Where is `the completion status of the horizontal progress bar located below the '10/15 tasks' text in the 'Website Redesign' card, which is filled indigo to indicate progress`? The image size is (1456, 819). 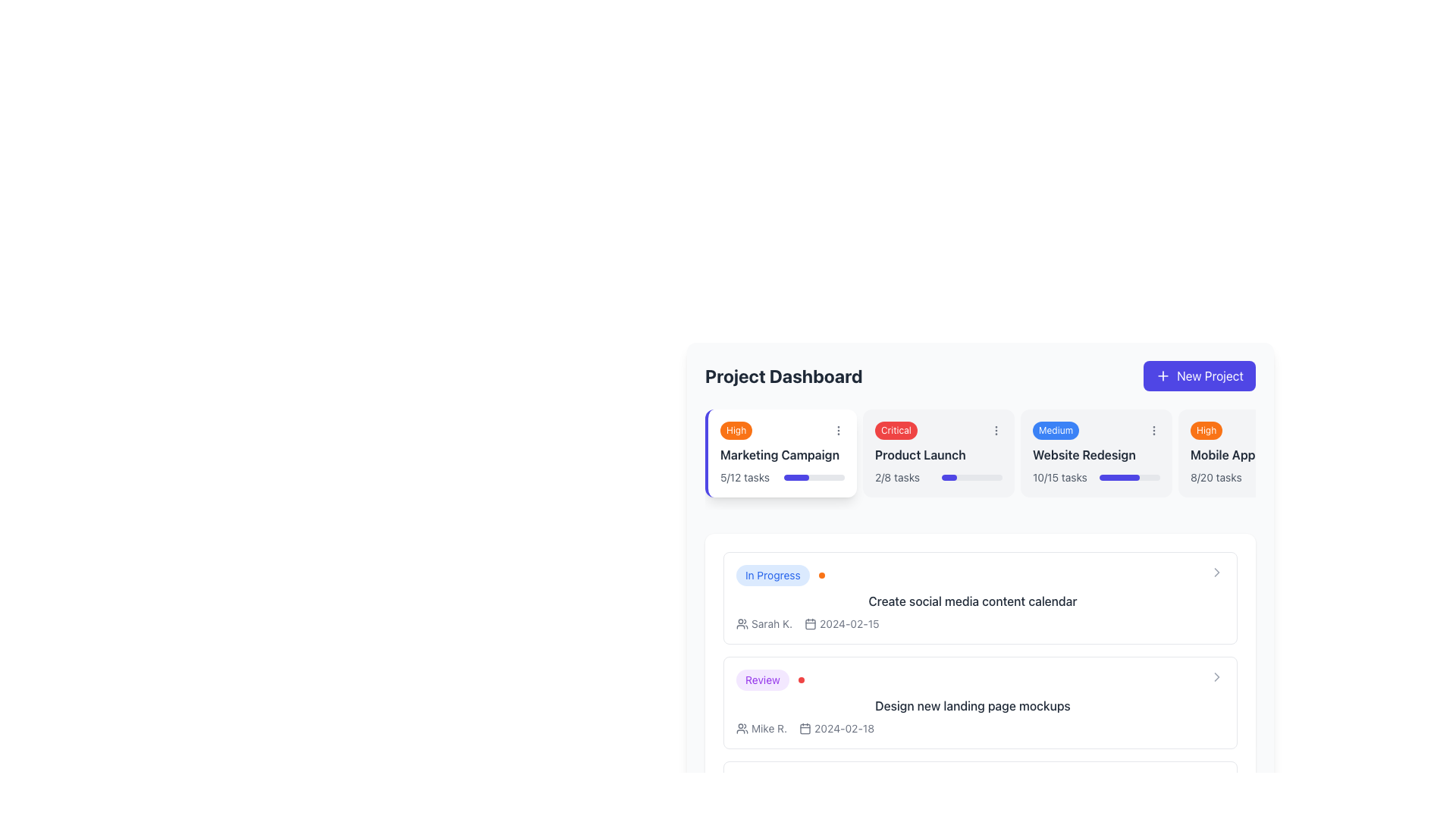 the completion status of the horizontal progress bar located below the '10/15 tasks' text in the 'Website Redesign' card, which is filled indigo to indicate progress is located at coordinates (1129, 476).